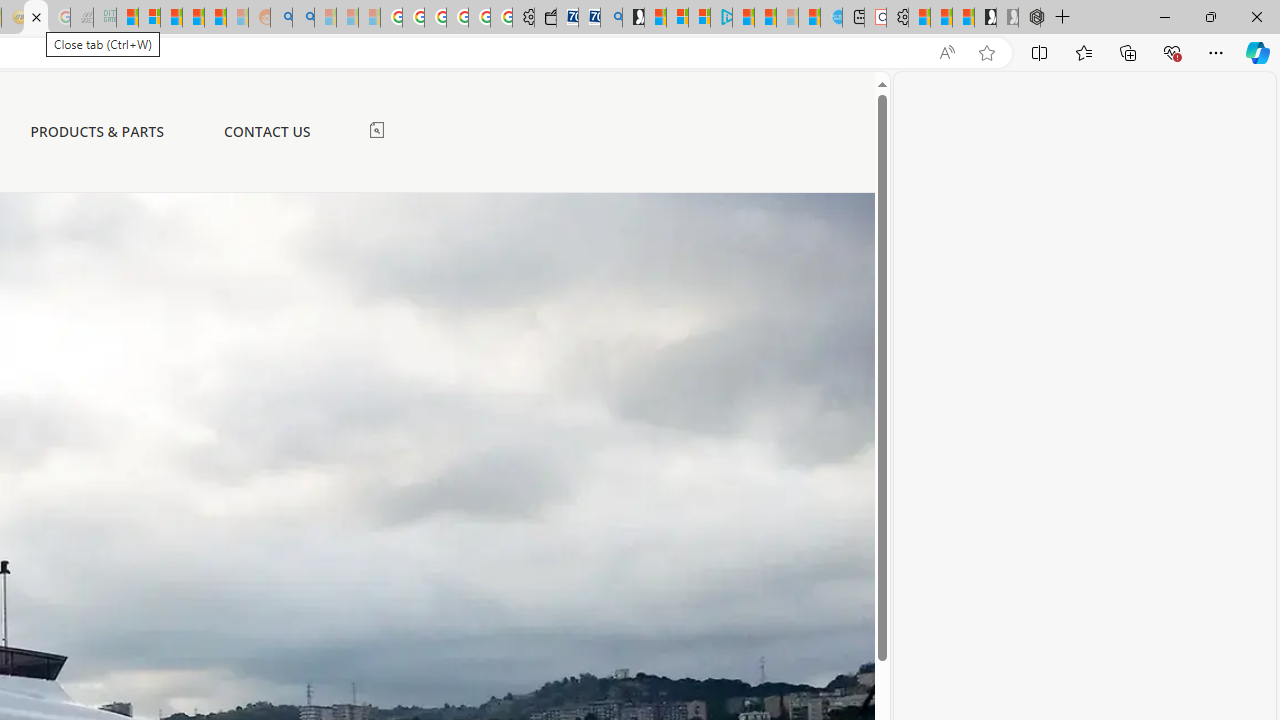 This screenshot has width=1280, height=720. What do you see at coordinates (302, 17) in the screenshot?
I see `'Utah sues federal government - Search'` at bounding box center [302, 17].